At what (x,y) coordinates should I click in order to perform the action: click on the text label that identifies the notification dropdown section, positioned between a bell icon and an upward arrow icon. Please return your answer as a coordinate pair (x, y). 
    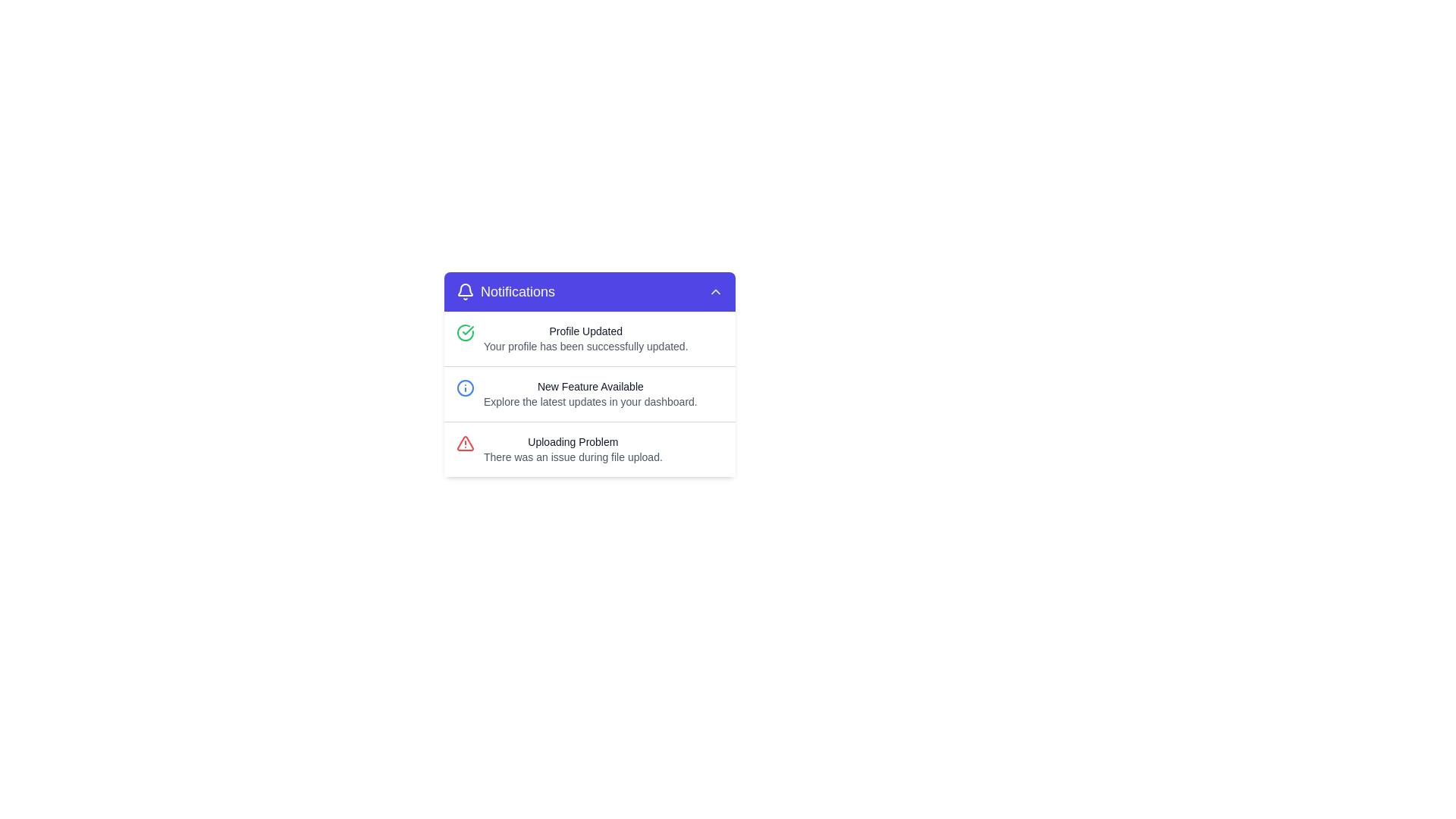
    Looking at the image, I should click on (517, 292).